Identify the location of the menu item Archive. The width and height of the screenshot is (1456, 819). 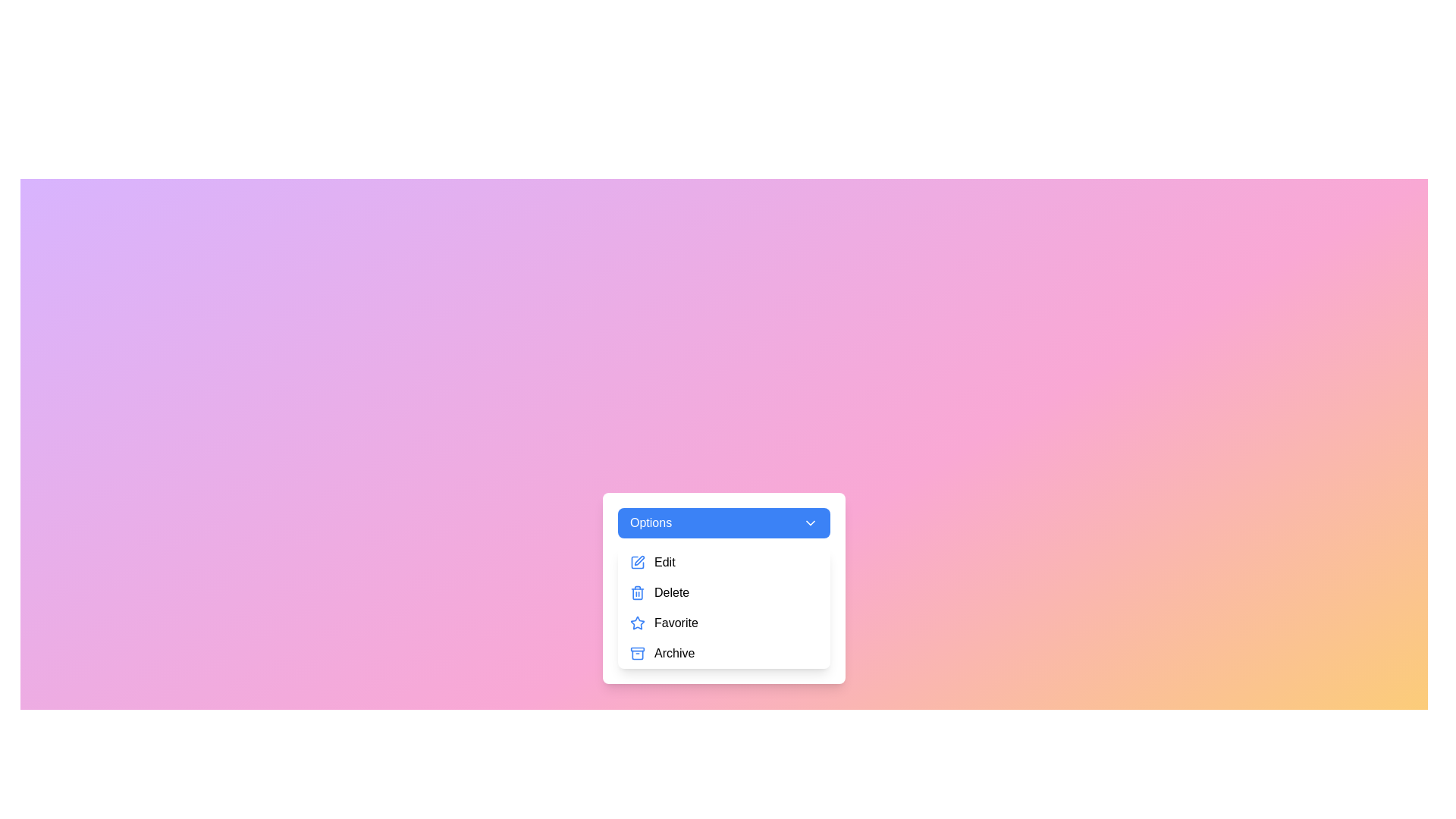
(723, 652).